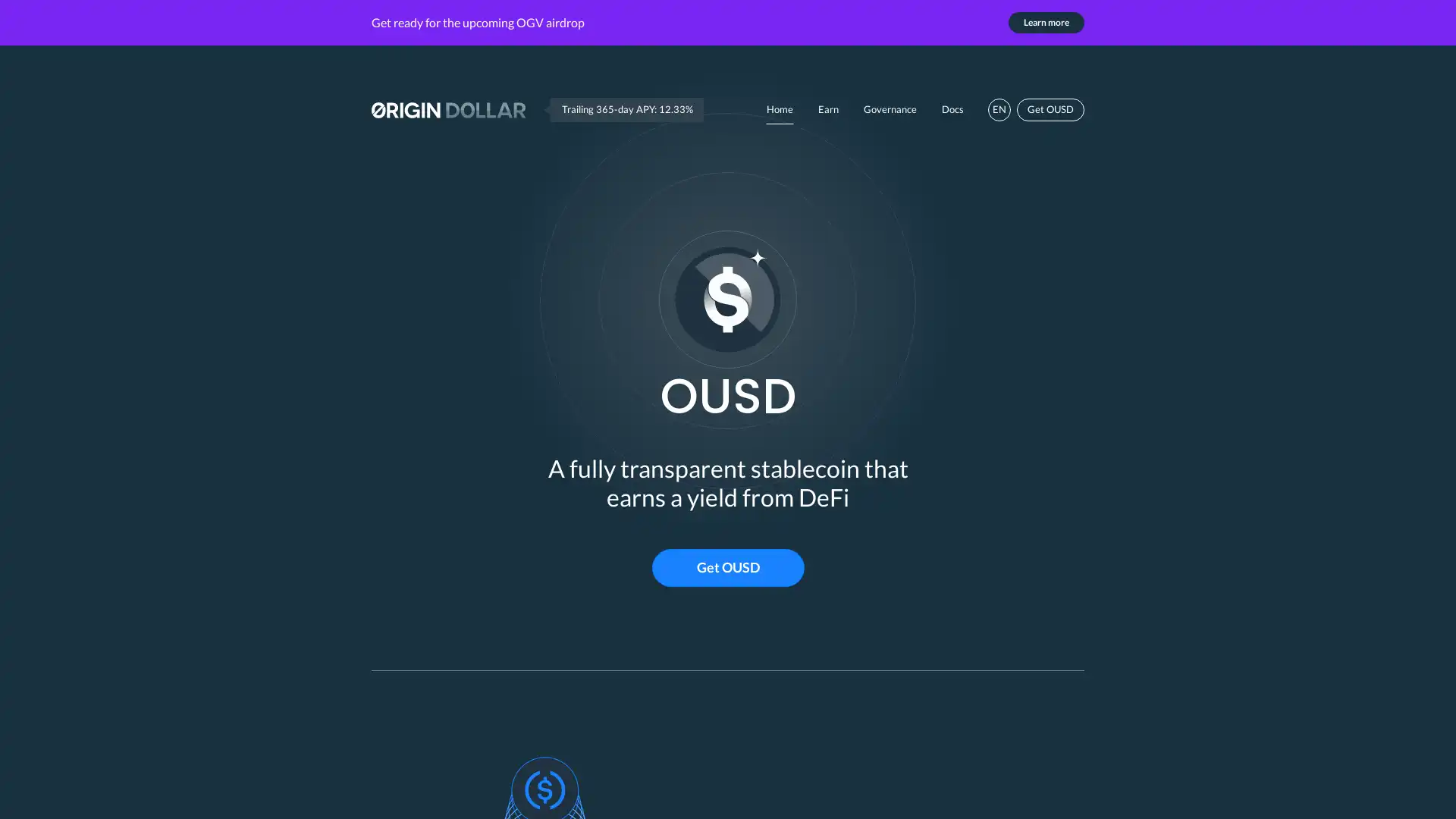 This screenshot has width=1456, height=819. I want to click on Get OUSD, so click(1050, 108).